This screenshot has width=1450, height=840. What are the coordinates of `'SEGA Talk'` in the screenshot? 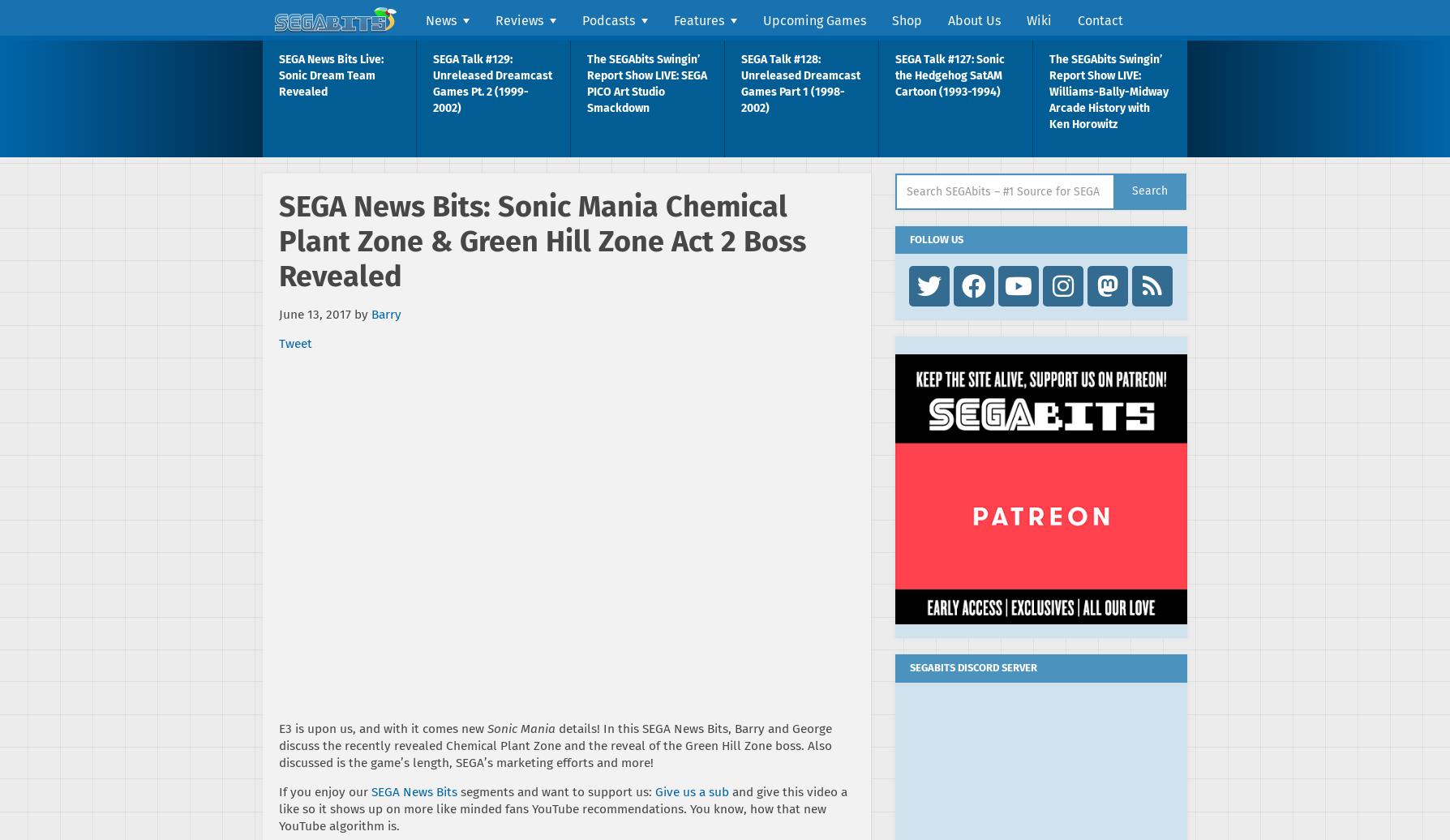 It's located at (701, 310).